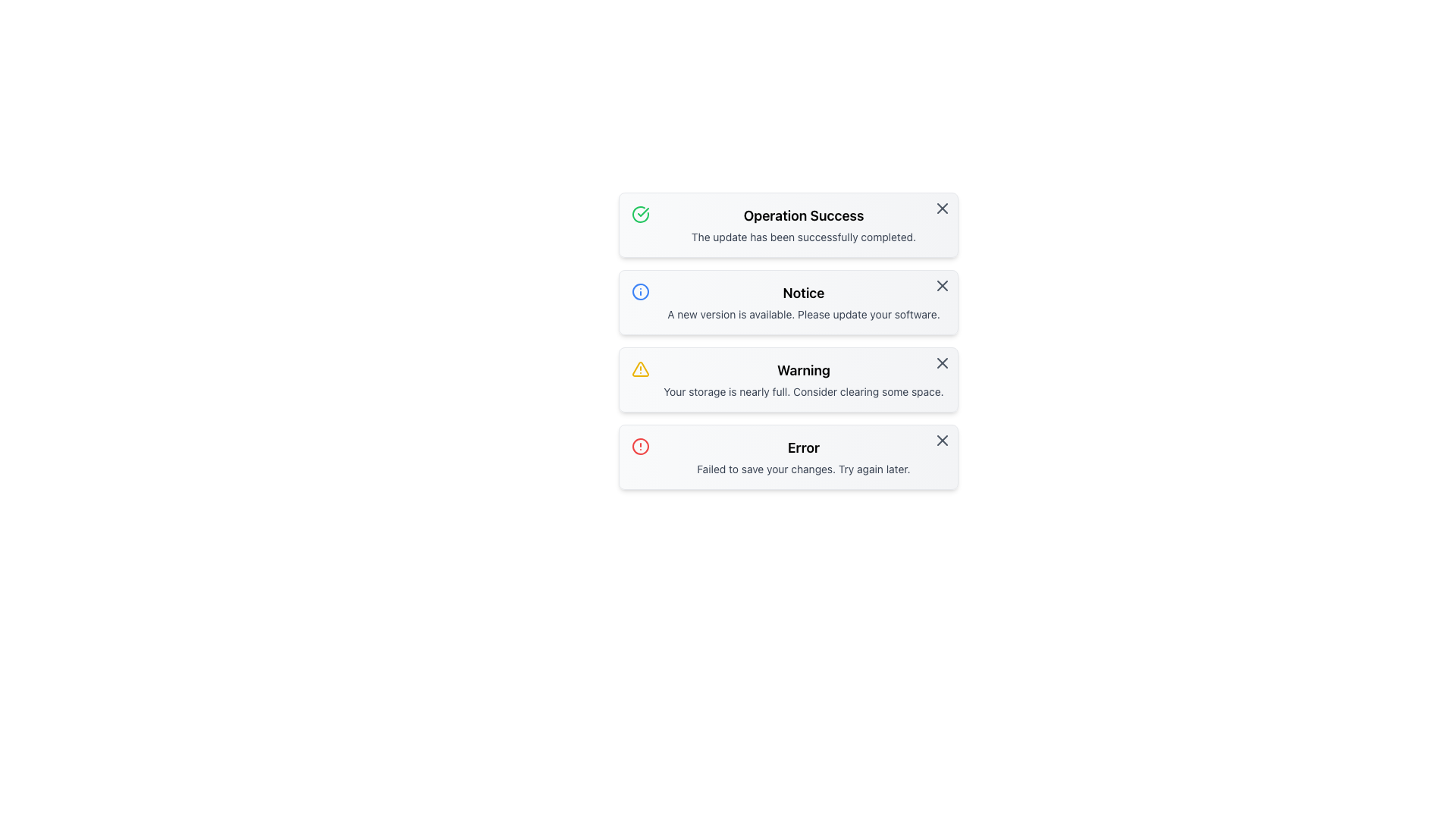 This screenshot has height=819, width=1456. I want to click on the yellow triangle warning icon with an exclamation mark symbol, which is part of the panel indicating storage issues, so click(640, 369).